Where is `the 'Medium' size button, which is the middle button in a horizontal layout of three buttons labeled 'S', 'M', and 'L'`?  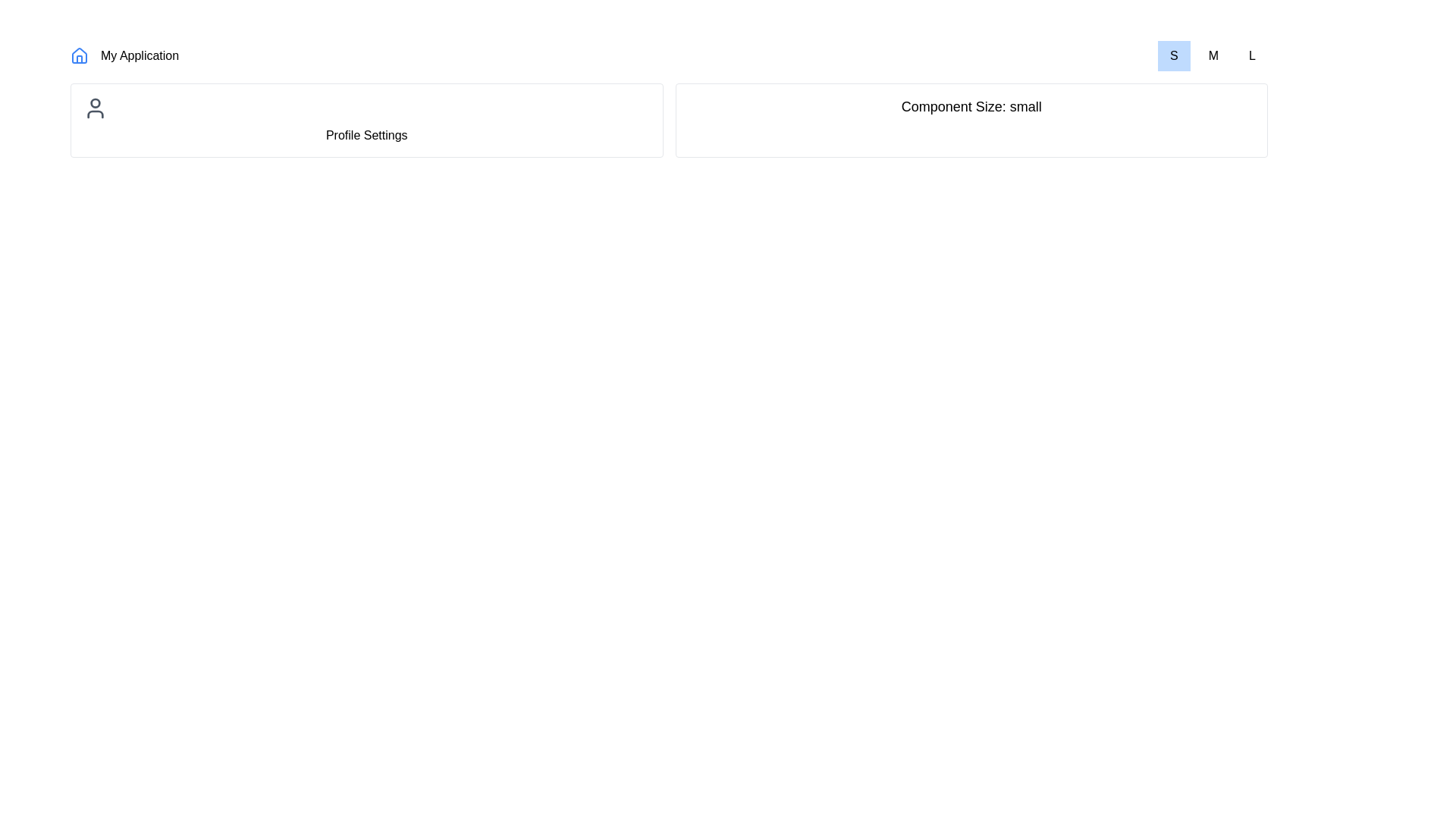 the 'Medium' size button, which is the middle button in a horizontal layout of three buttons labeled 'S', 'M', and 'L' is located at coordinates (1213, 55).